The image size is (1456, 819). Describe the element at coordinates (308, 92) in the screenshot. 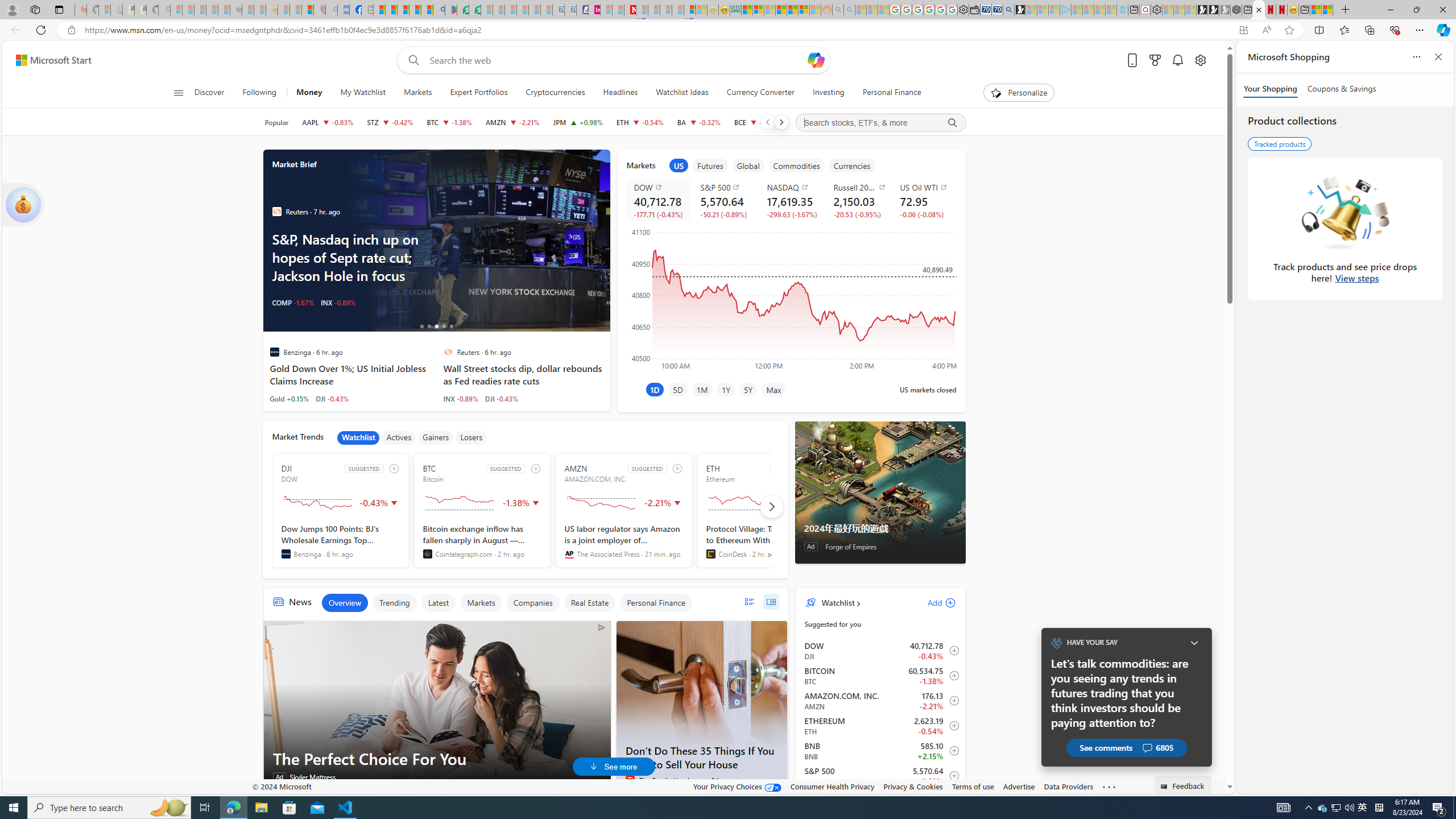

I see `'Money'` at that location.